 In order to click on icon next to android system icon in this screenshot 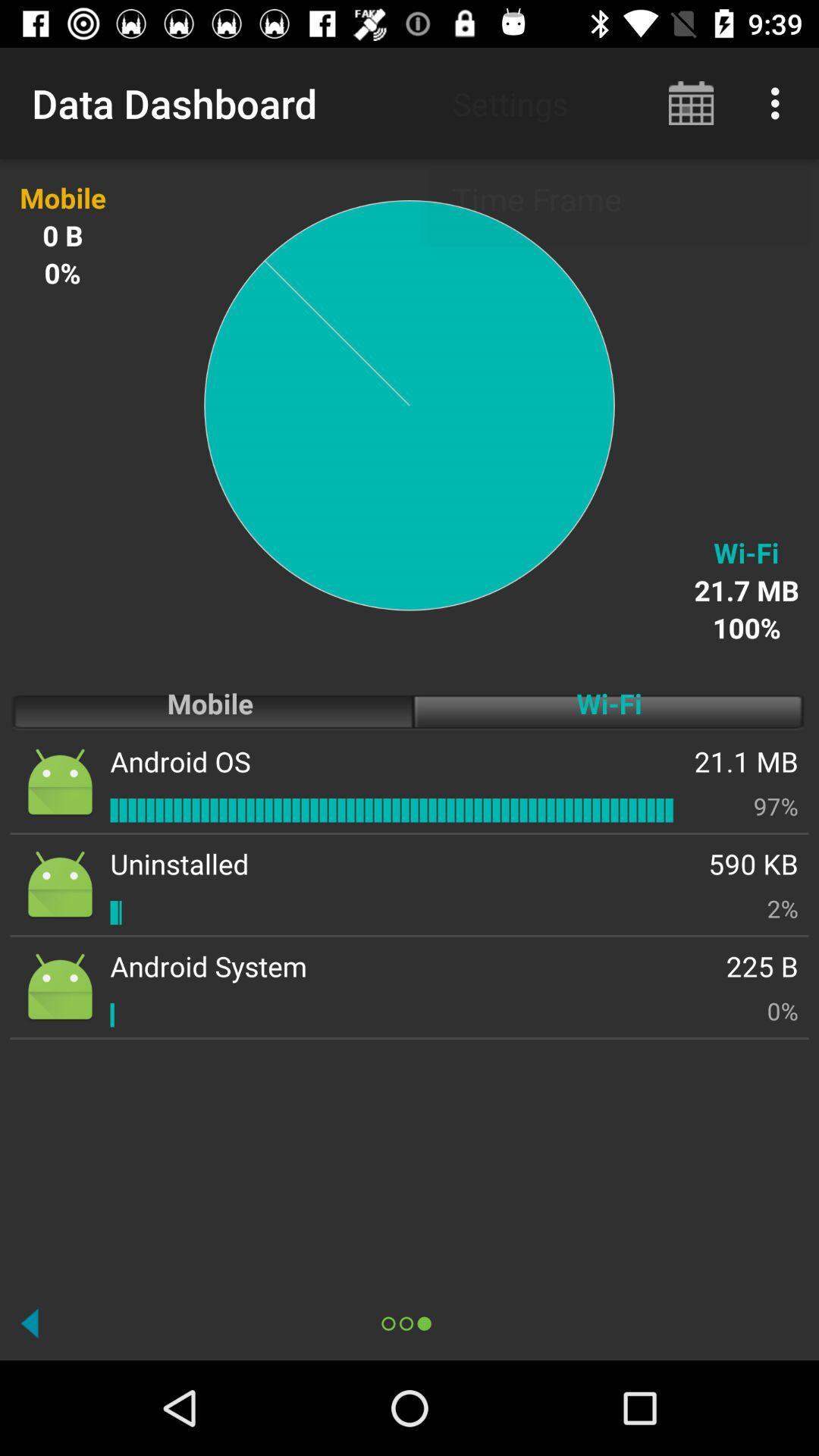, I will do `click(762, 965)`.